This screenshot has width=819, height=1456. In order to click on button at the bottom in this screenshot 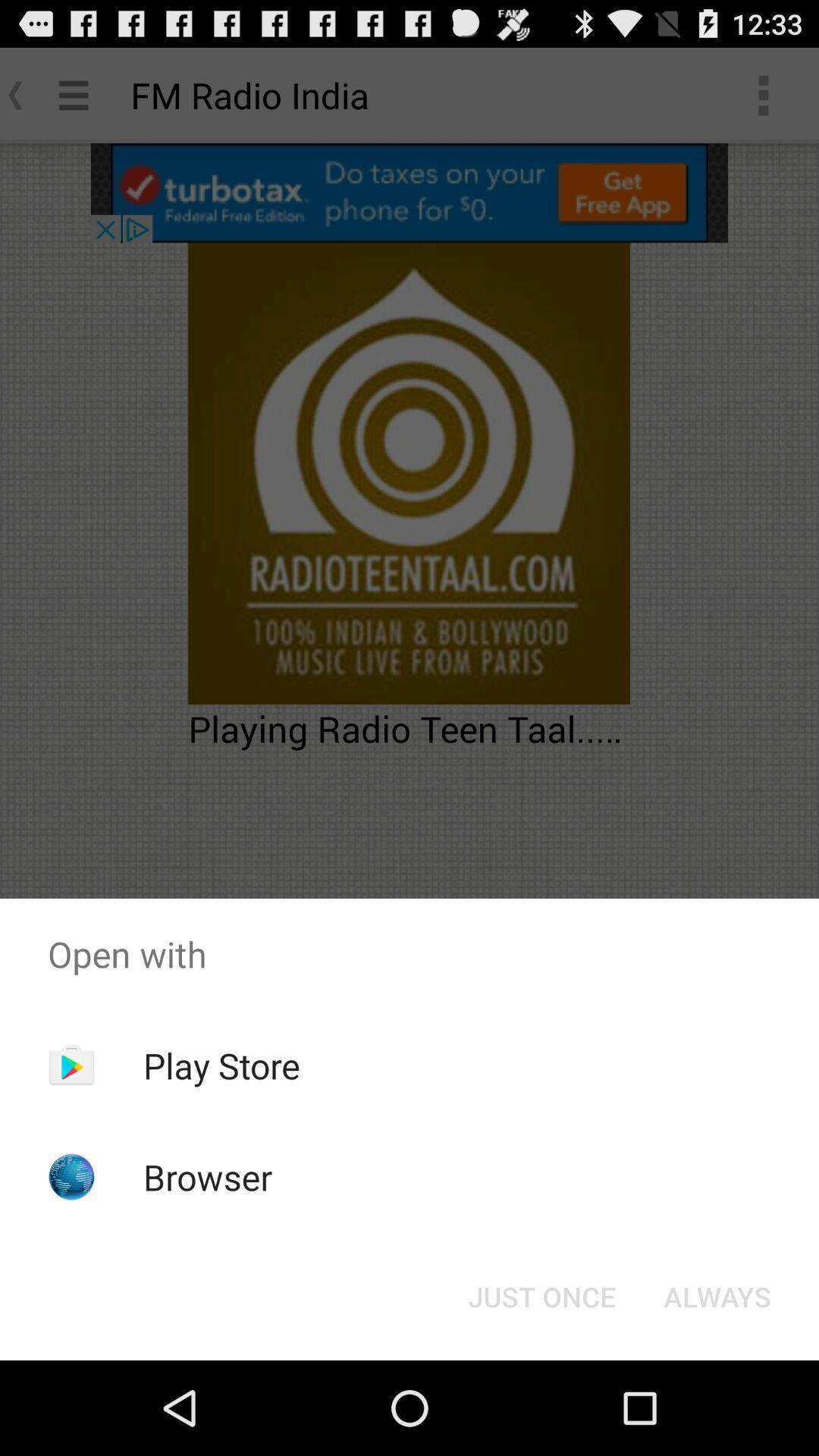, I will do `click(541, 1295)`.